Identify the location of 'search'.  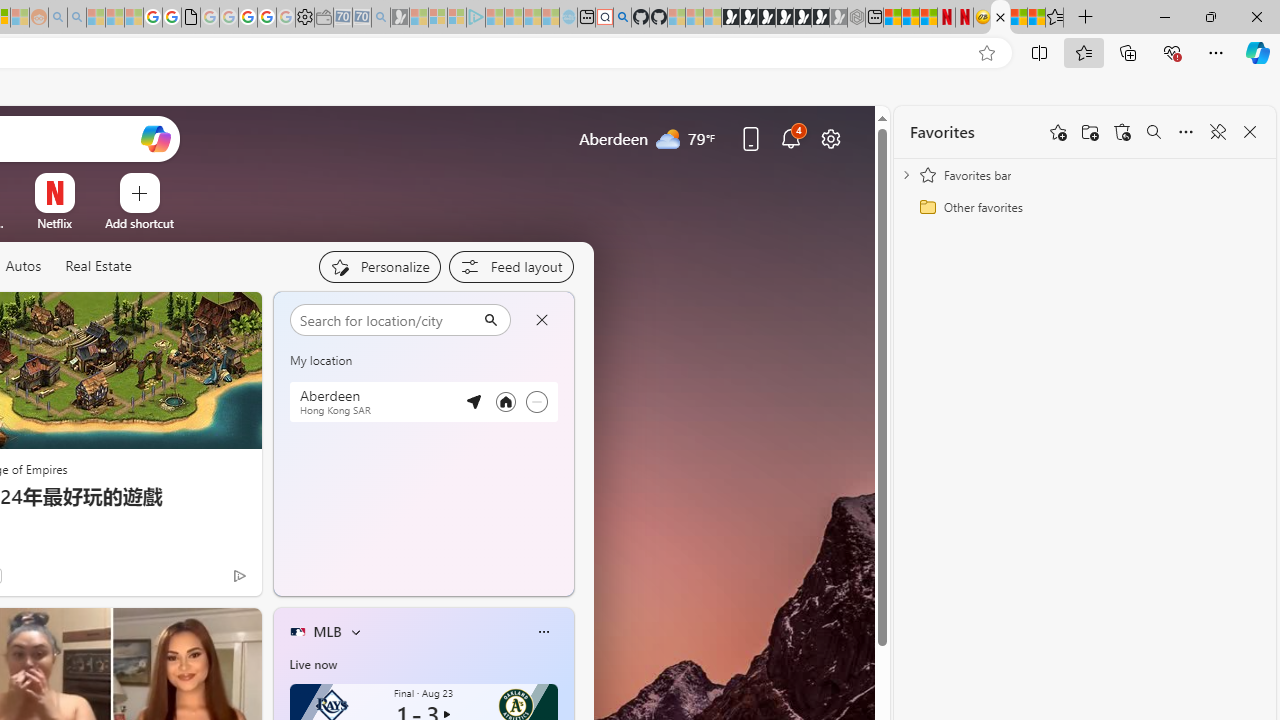
(386, 318).